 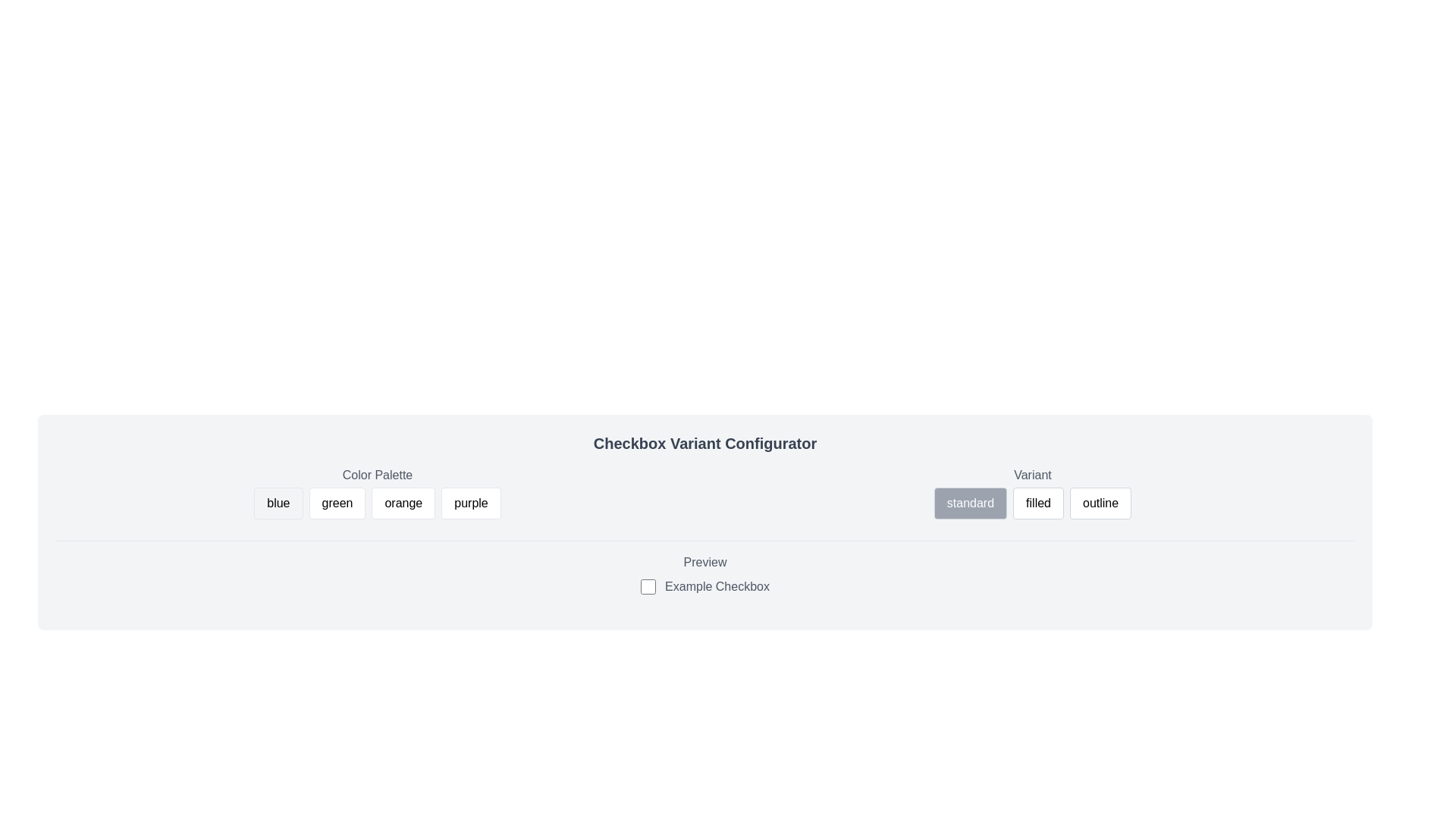 What do you see at coordinates (704, 562) in the screenshot?
I see `the static text label that displays the word 'Preview', which is positioned above the 'Example Checkbox'` at bounding box center [704, 562].